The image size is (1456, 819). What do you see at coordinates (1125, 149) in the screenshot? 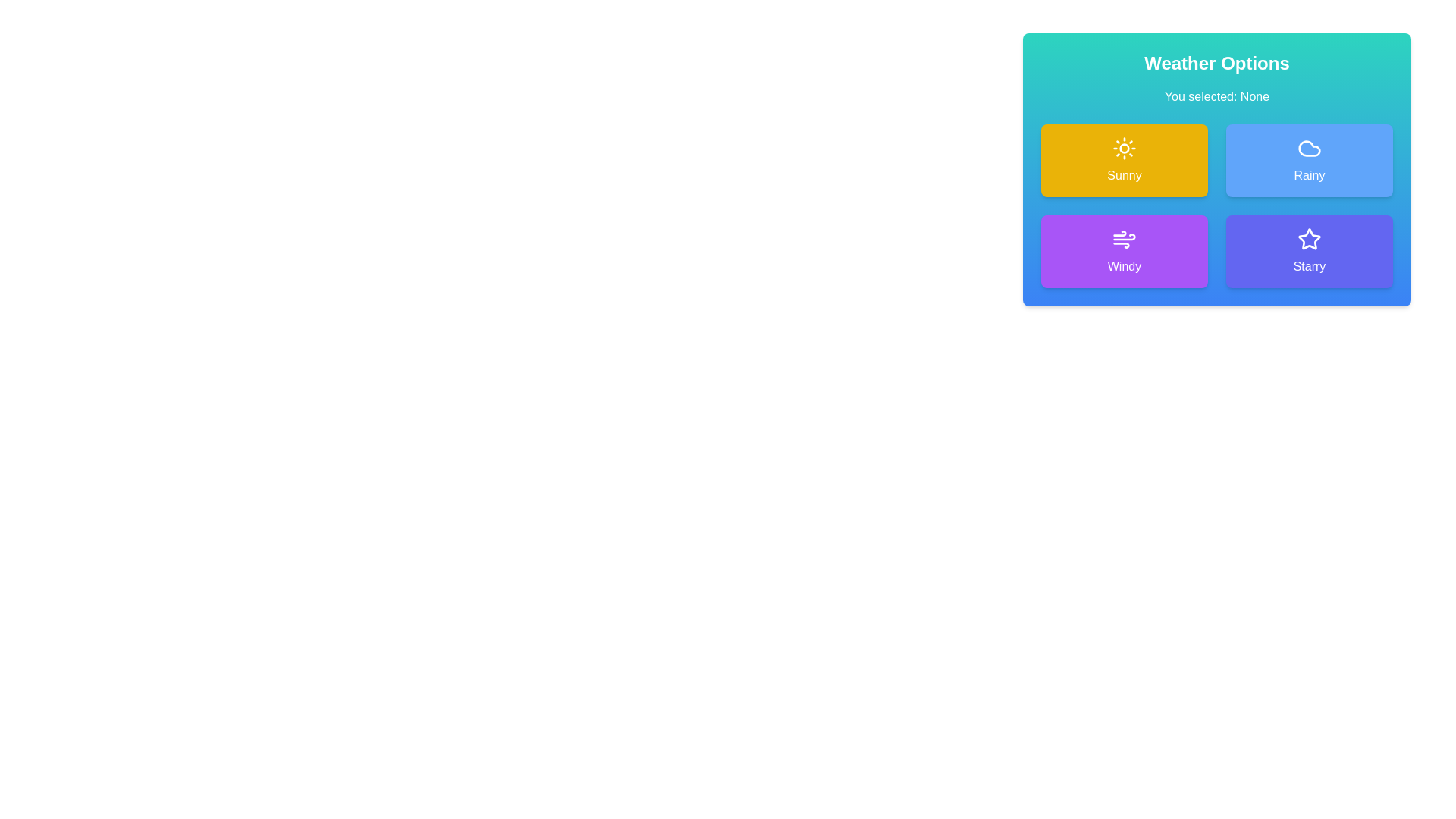
I see `the sun icon, which is styled with a circular center and rays, located within the yellow button labeled 'Sunny' in the top-left quadrant of the Weather Options grid` at bounding box center [1125, 149].